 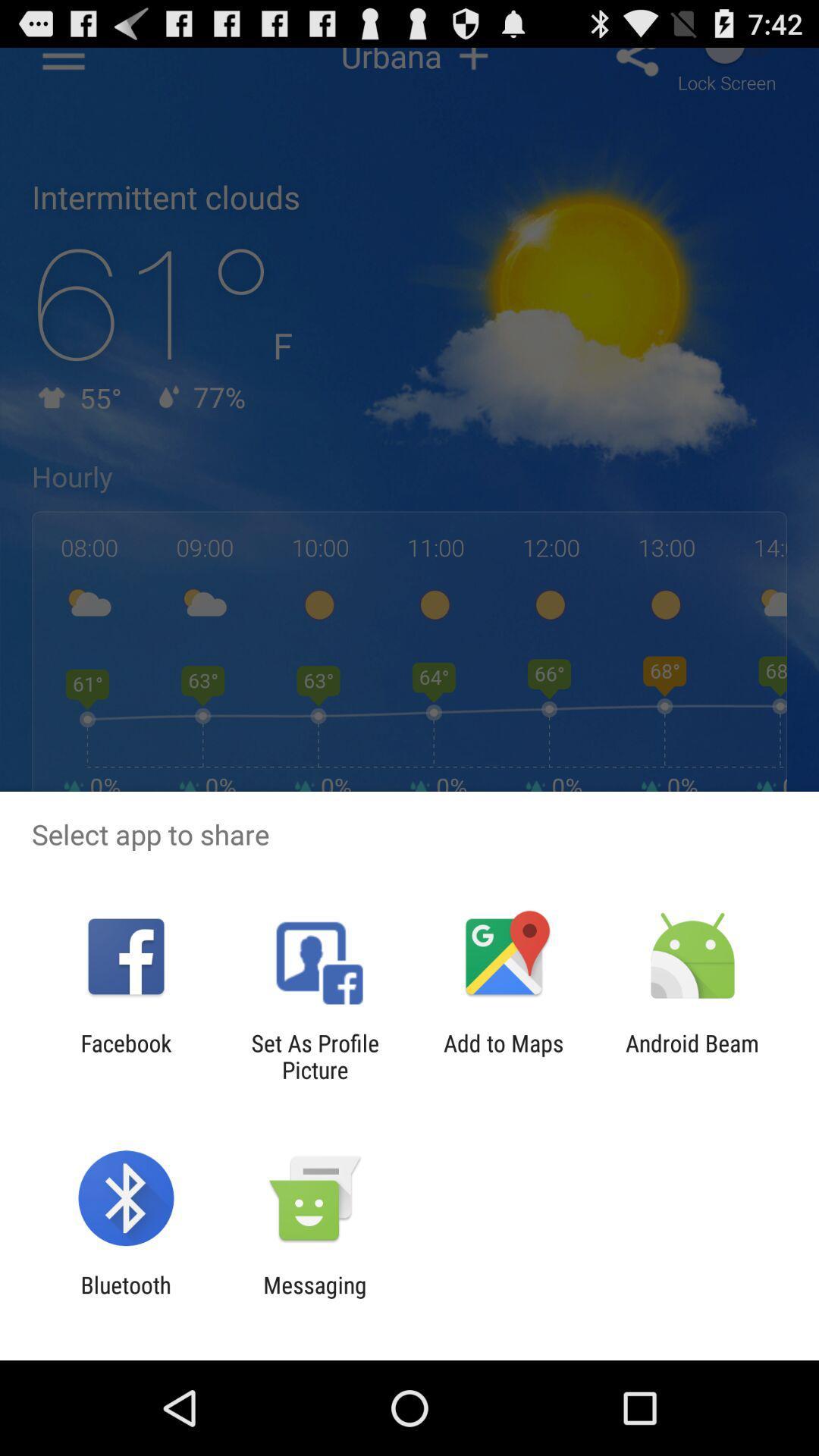 I want to click on android beam at the bottom right corner, so click(x=692, y=1056).